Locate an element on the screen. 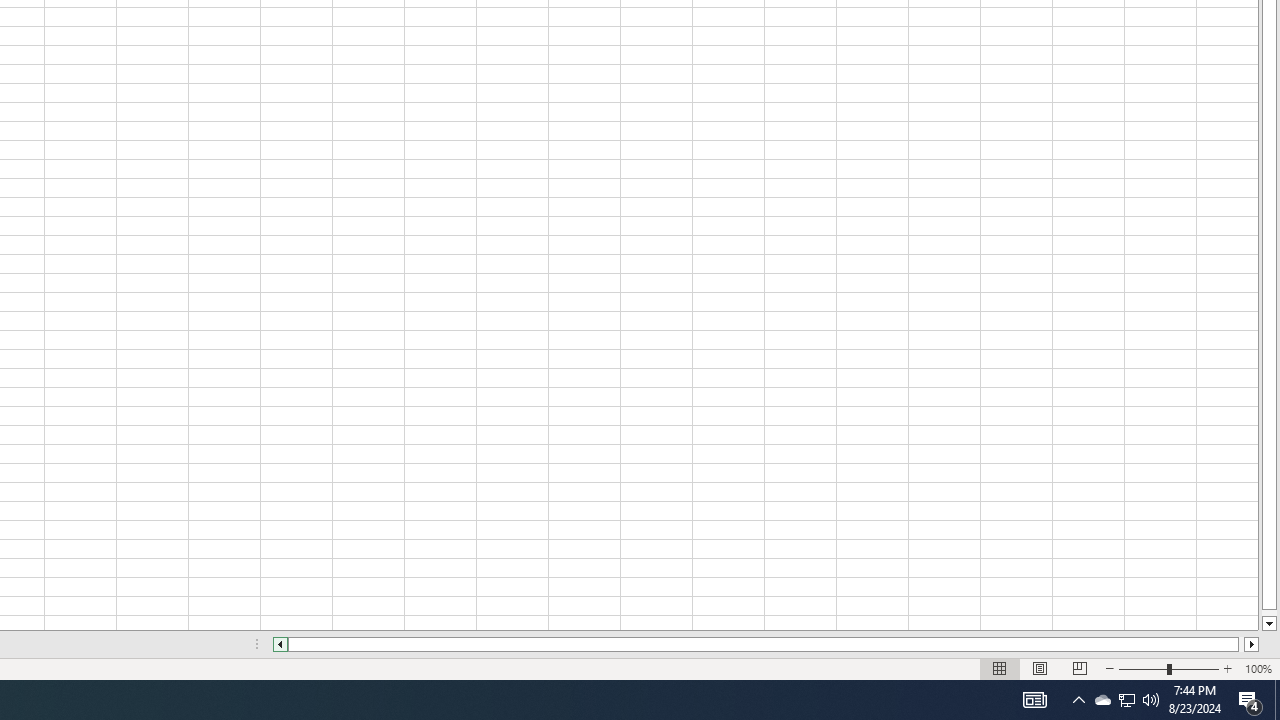 This screenshot has height=720, width=1280. 'Normal' is located at coordinates (1000, 669).